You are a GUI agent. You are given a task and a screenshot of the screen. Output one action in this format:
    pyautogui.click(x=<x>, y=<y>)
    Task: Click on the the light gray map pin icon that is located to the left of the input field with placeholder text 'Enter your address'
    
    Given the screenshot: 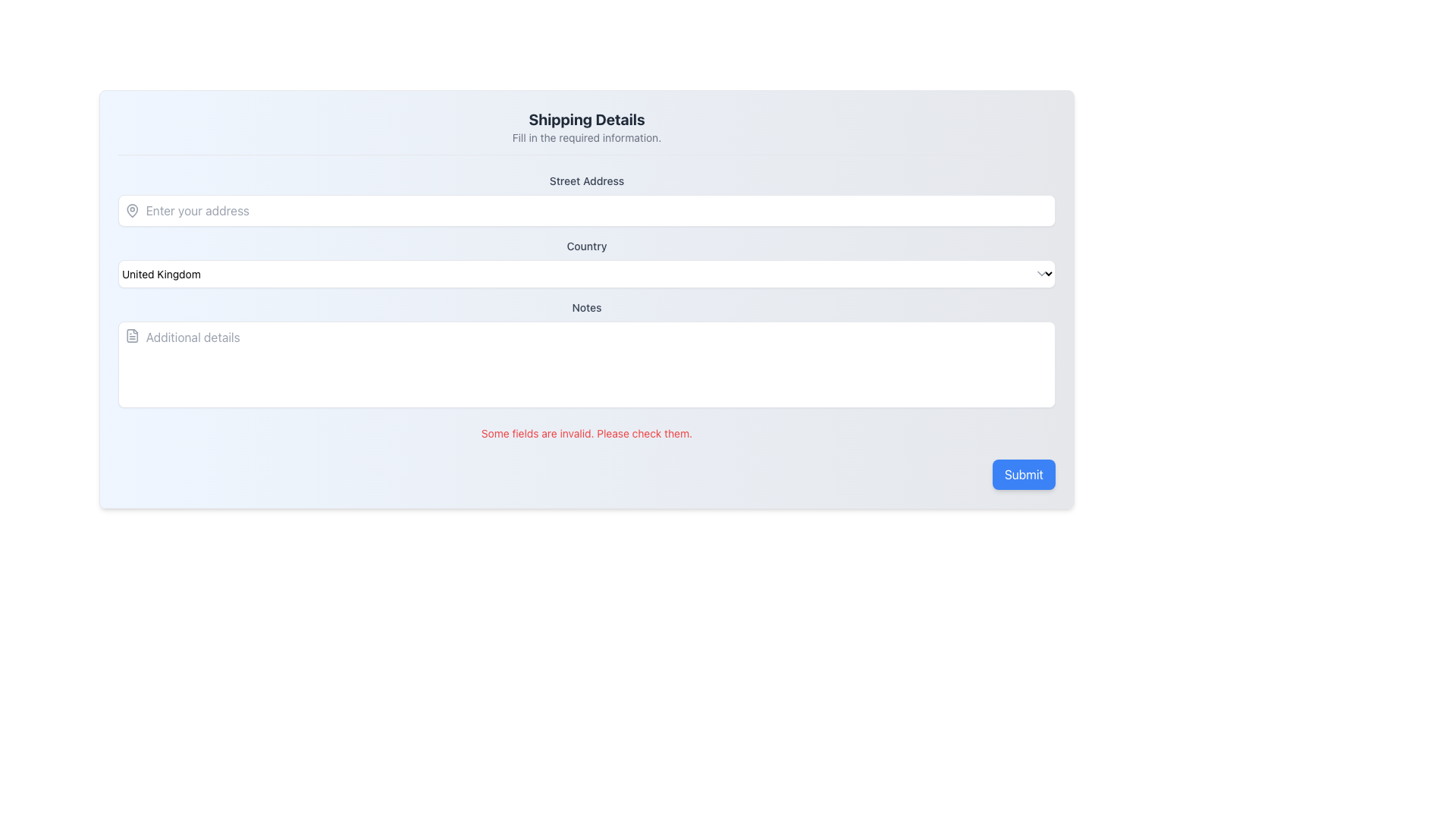 What is the action you would take?
    pyautogui.click(x=132, y=210)
    